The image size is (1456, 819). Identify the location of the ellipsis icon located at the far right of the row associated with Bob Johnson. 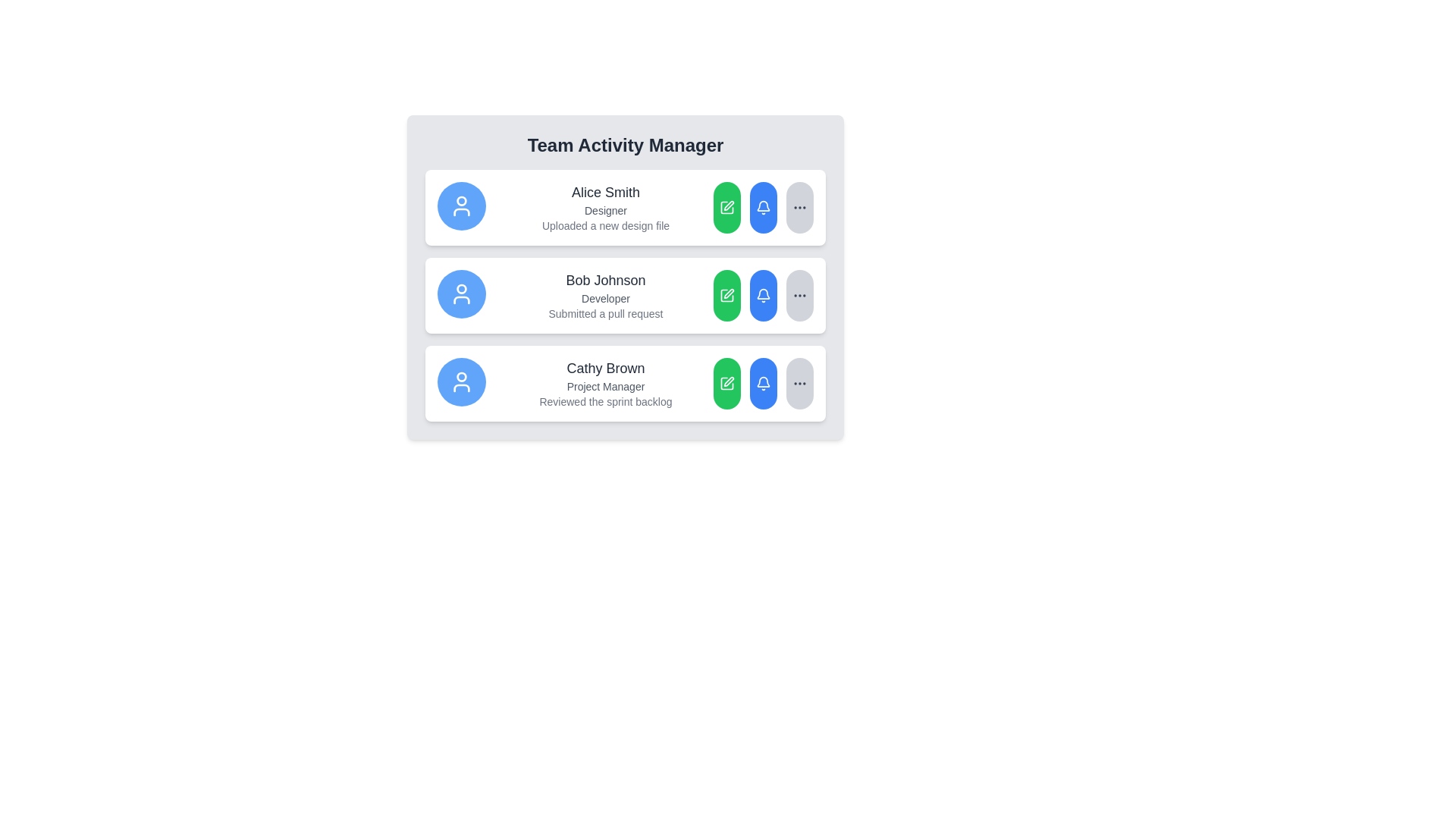
(799, 295).